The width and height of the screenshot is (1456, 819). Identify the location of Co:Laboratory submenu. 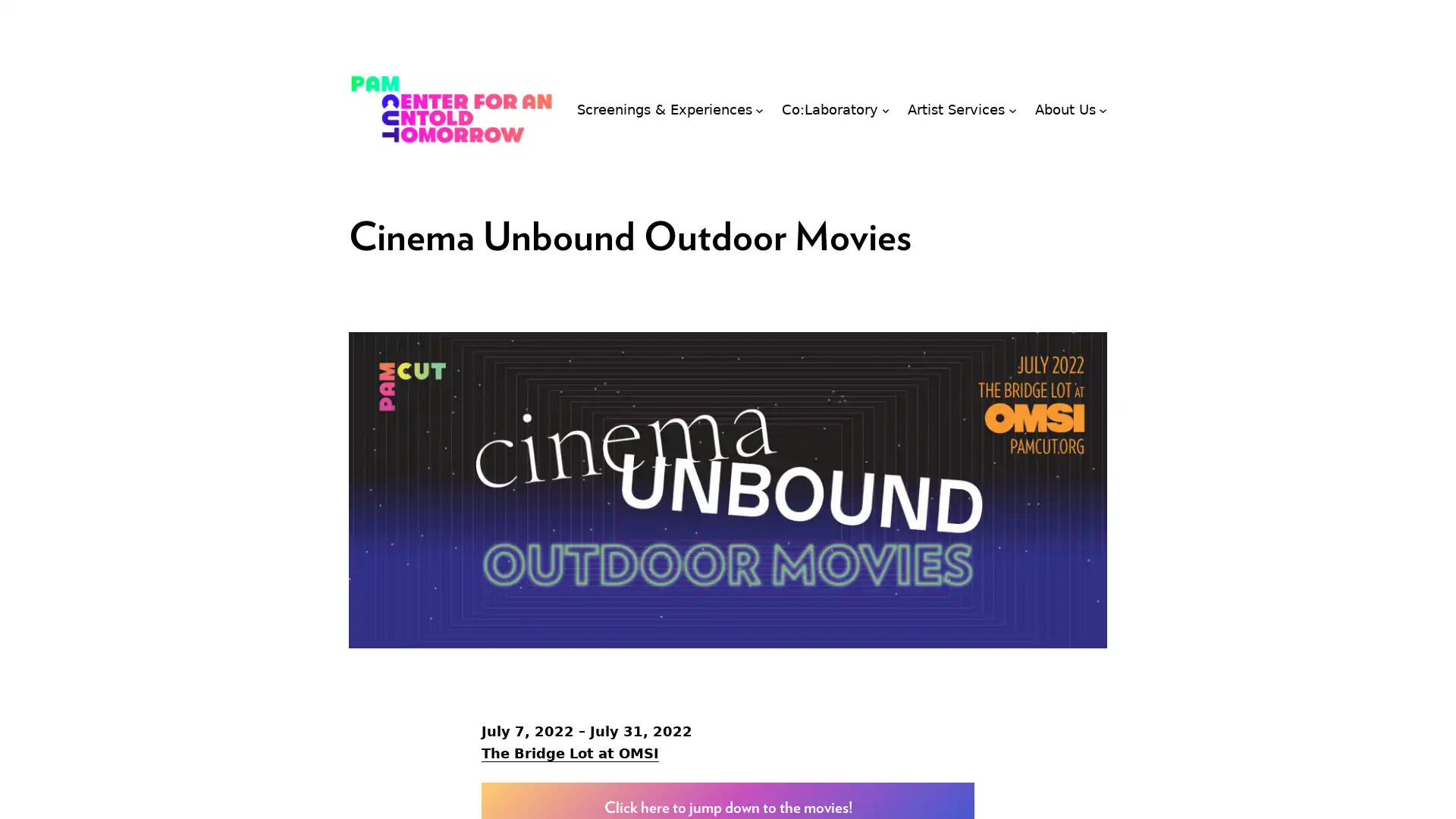
(885, 108).